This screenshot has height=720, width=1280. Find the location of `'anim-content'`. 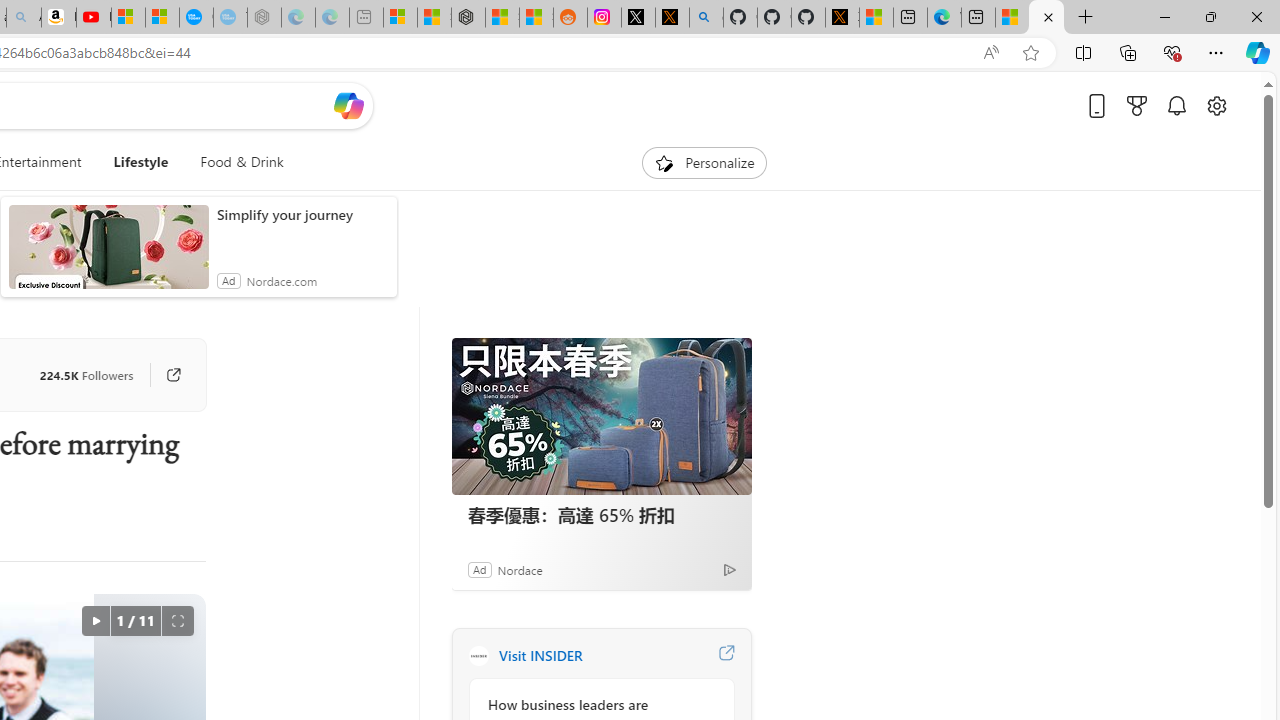

'anim-content' is located at coordinates (107, 254).